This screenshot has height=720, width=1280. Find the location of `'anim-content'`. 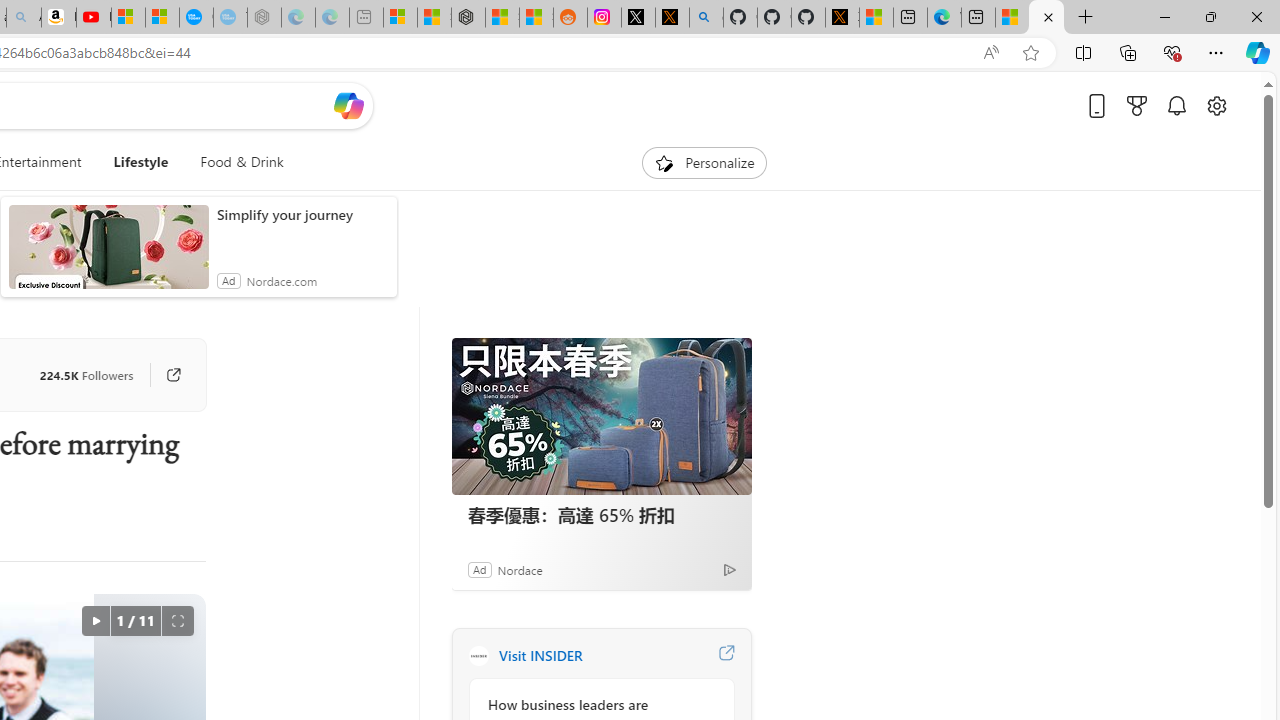

'anim-content' is located at coordinates (107, 254).